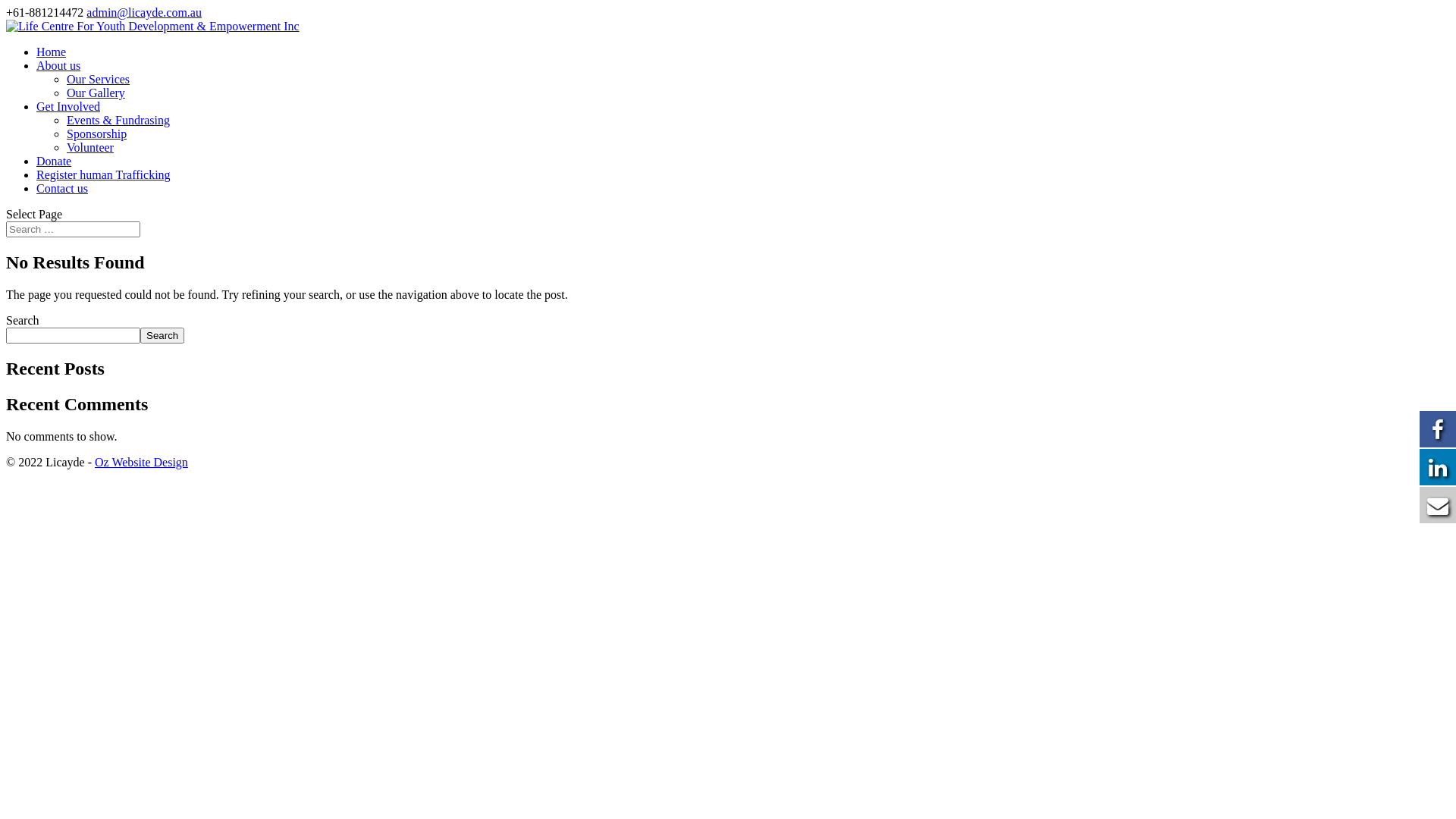 This screenshot has width=1456, height=819. I want to click on 'Contact us', so click(61, 187).